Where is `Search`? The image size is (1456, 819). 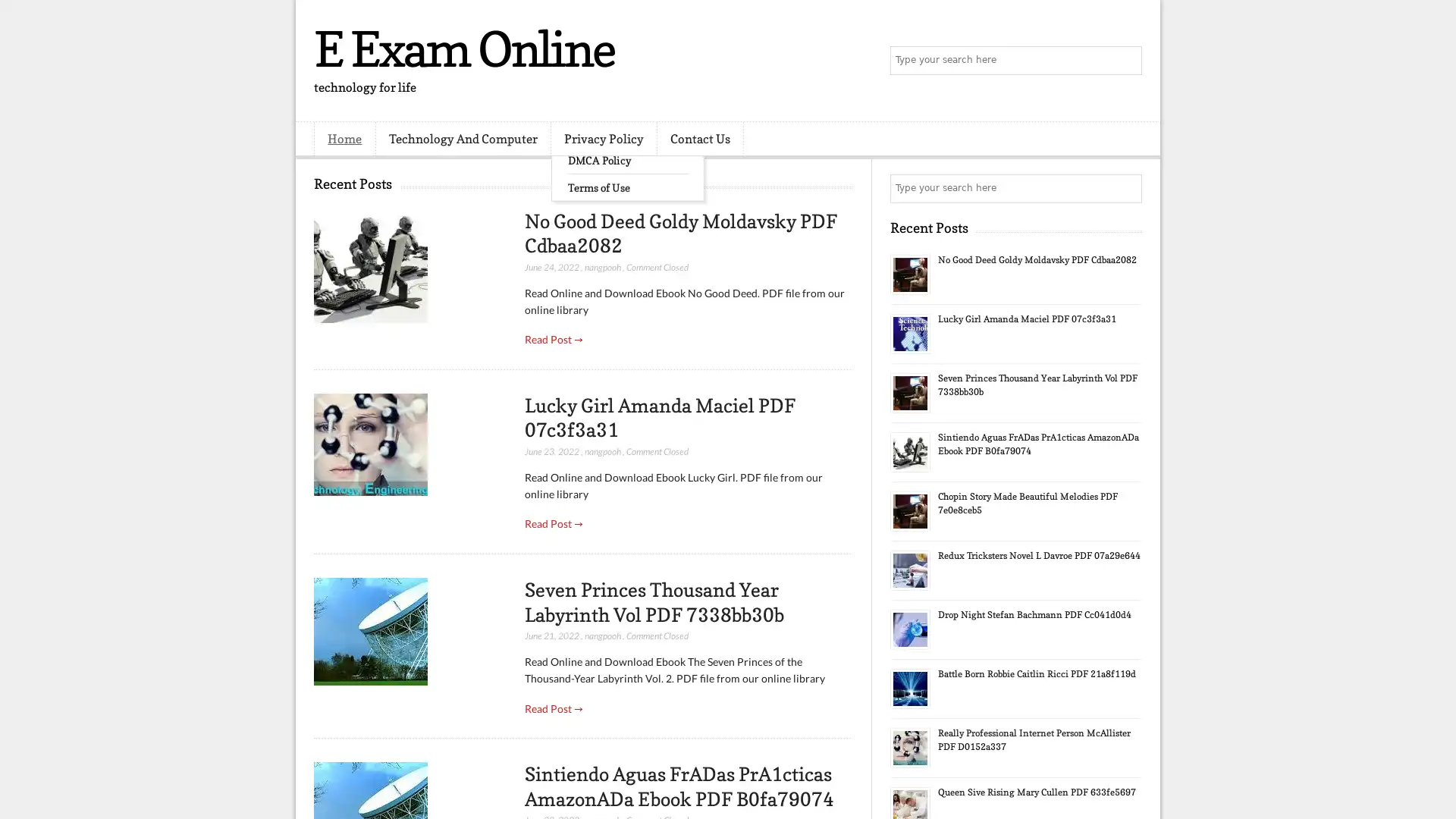 Search is located at coordinates (1126, 188).